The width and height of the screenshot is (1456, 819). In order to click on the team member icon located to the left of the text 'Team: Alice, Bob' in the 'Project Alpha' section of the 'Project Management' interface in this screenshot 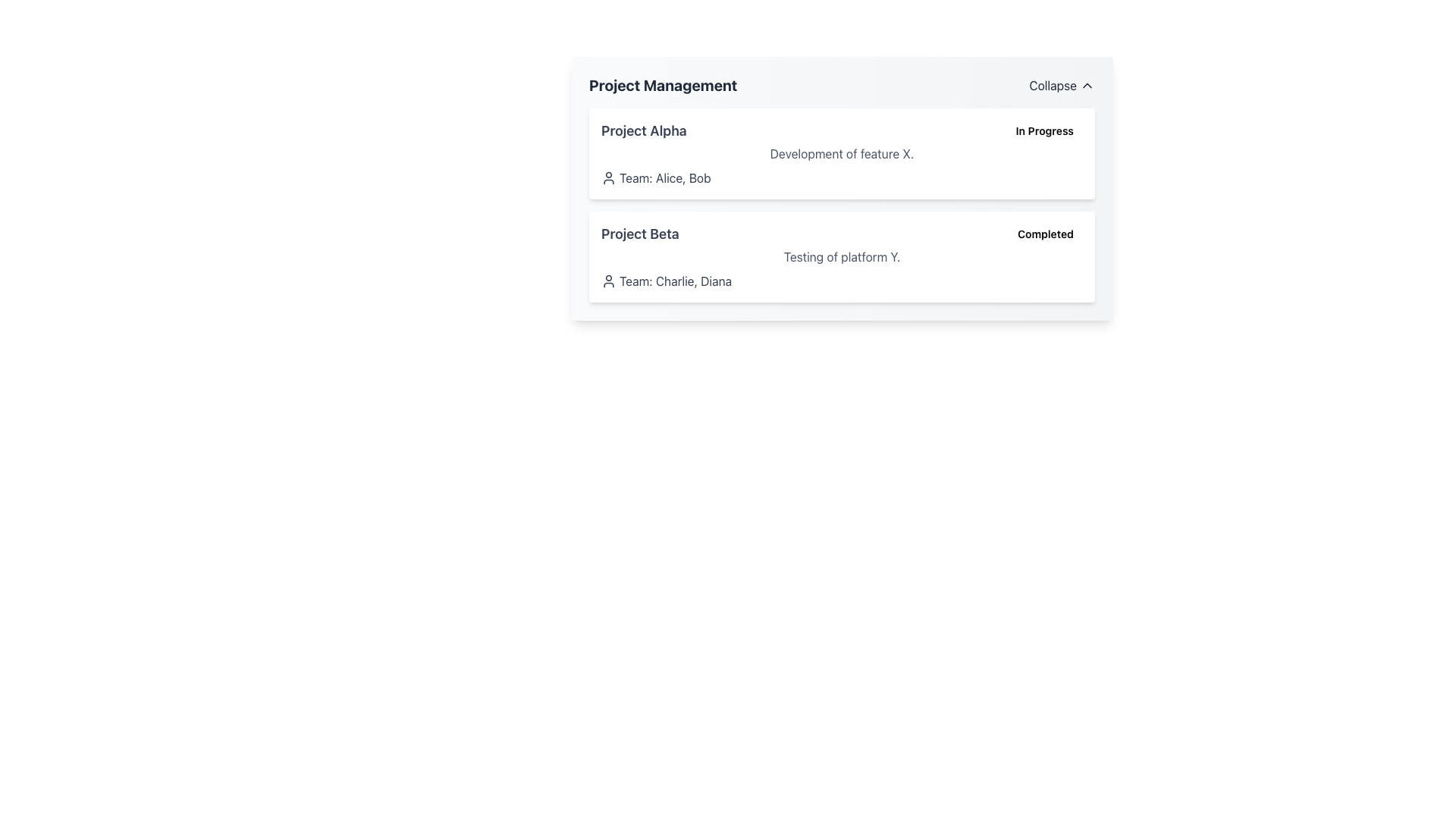, I will do `click(608, 177)`.